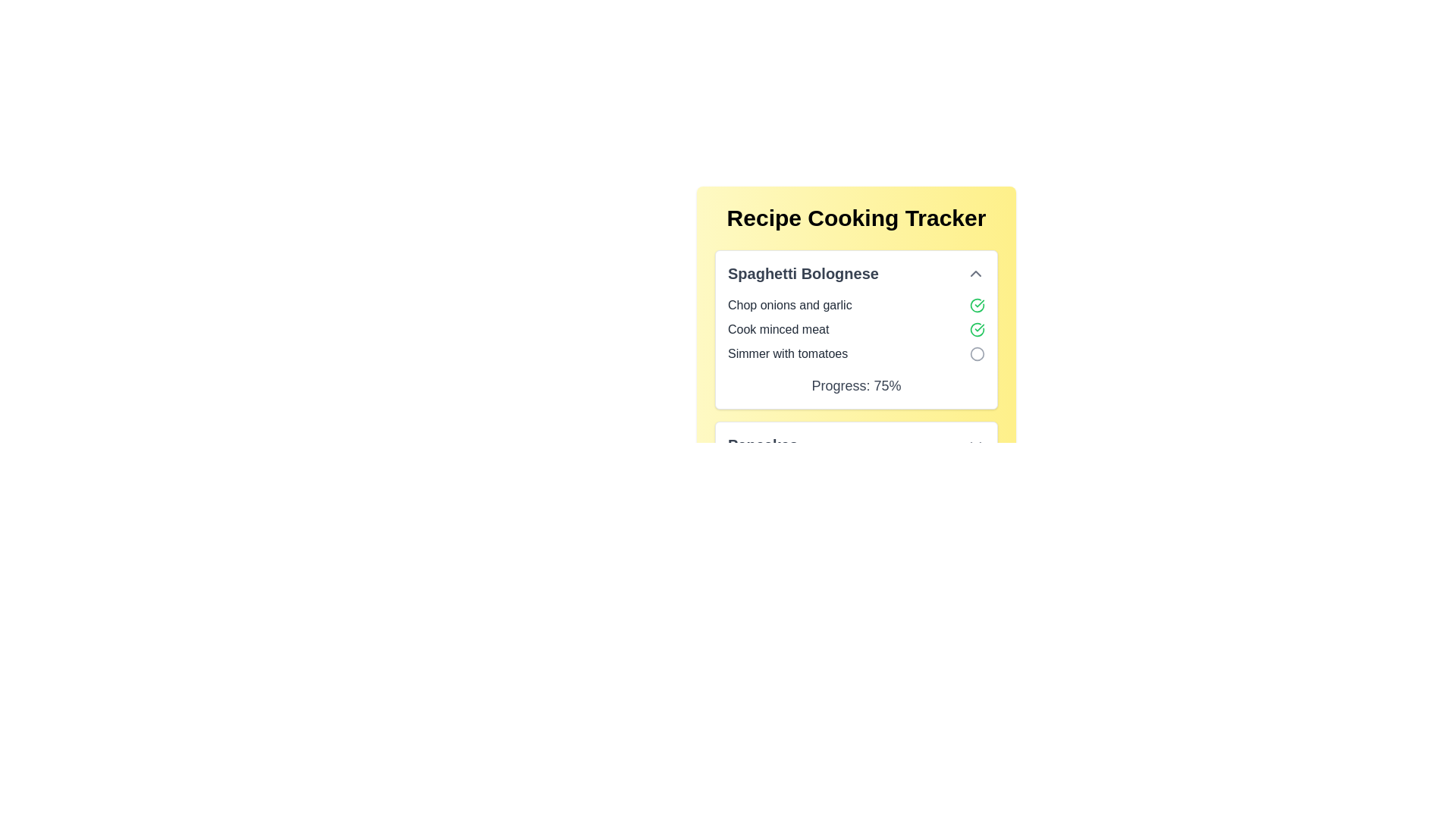 The width and height of the screenshot is (1456, 819). I want to click on and understand the instructional text label for 'cooking minced meat' in the Spaghetti Bolognese cooking steps, which is the second item in the vertical list of steps, so click(778, 329).